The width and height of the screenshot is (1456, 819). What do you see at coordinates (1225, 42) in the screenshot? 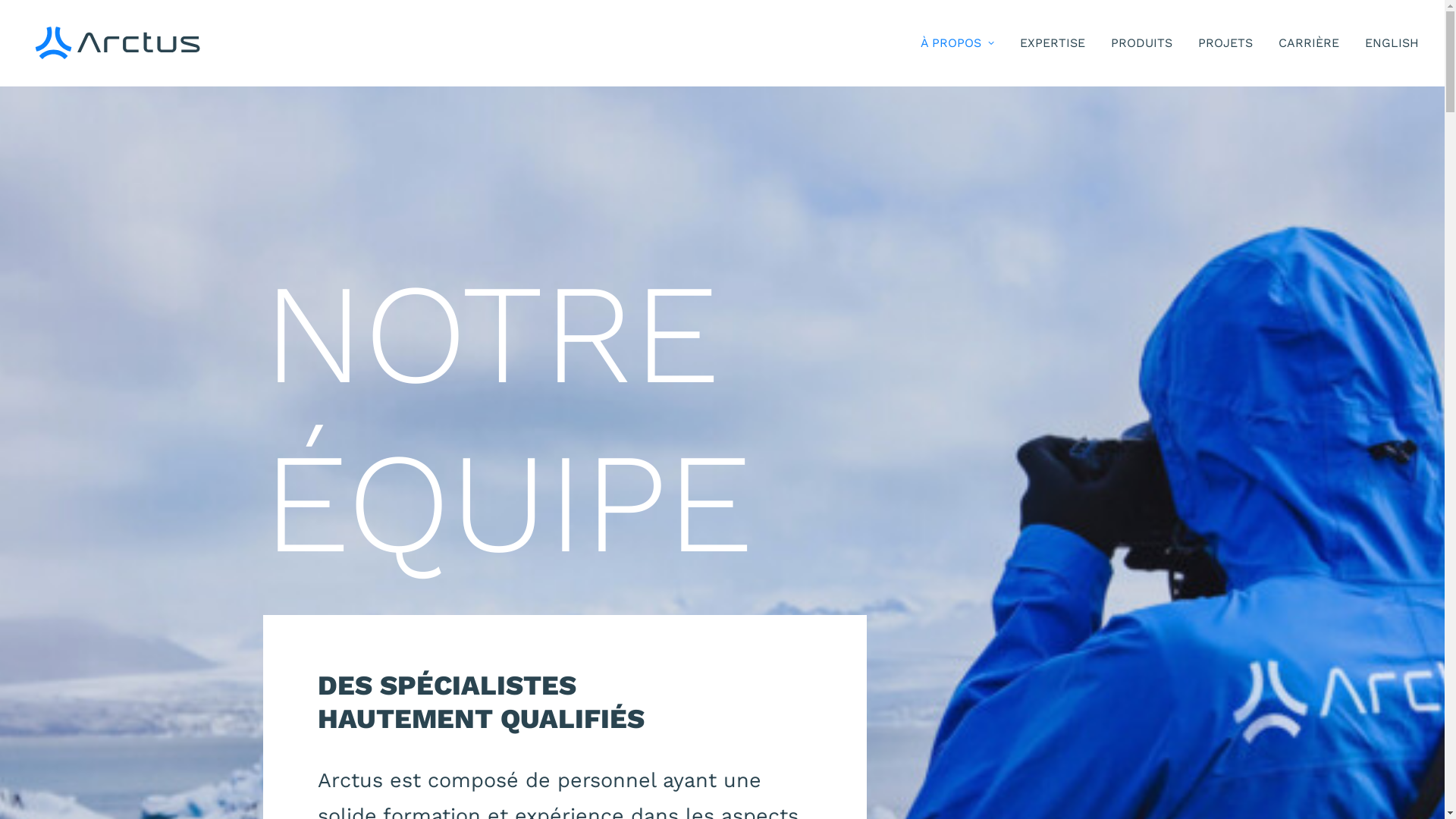
I see `'PROJETS'` at bounding box center [1225, 42].